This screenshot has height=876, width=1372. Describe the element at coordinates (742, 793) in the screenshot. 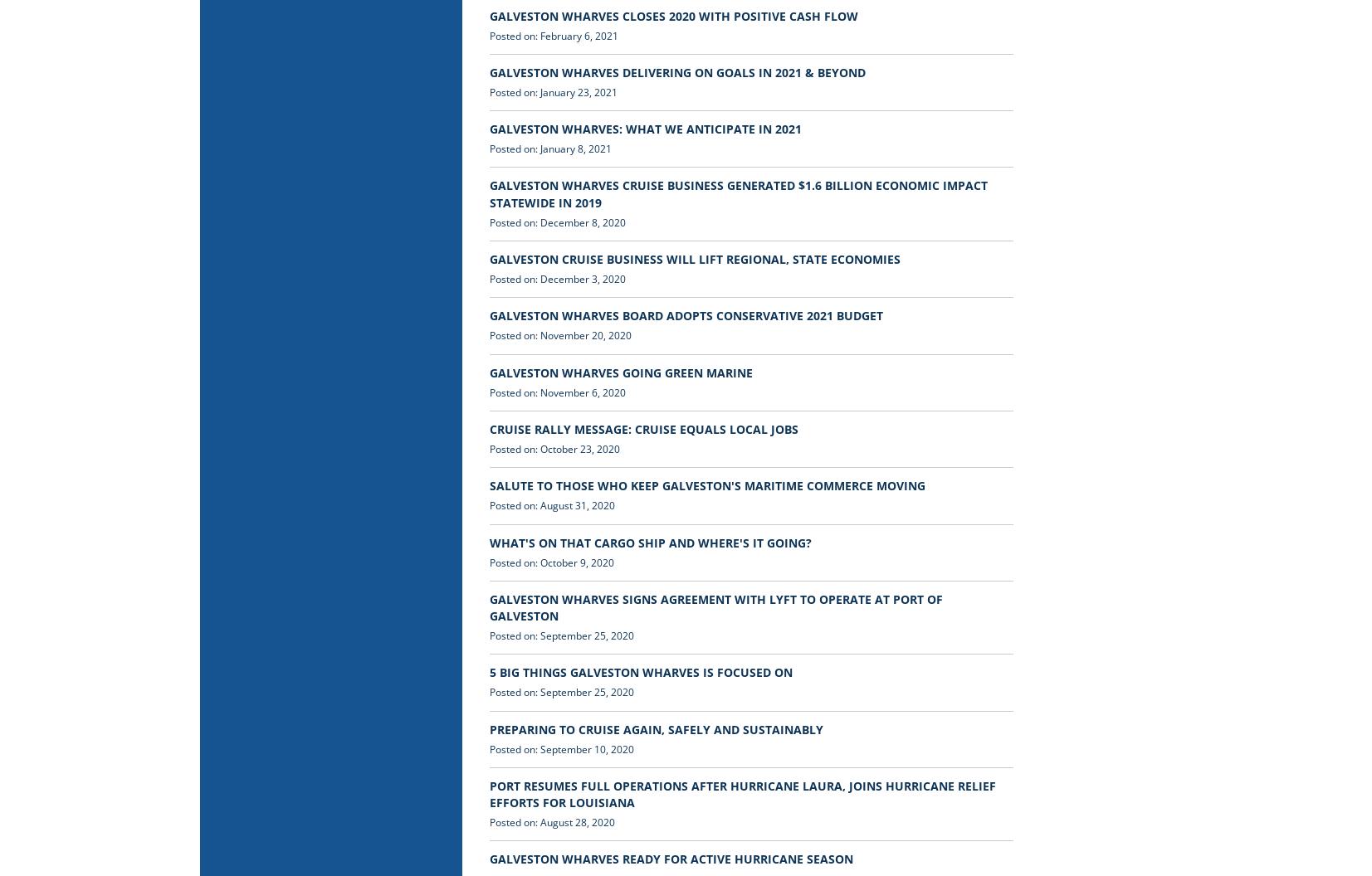

I see `'PORT RESUMES FULL OPERATIONS AFTER HURRICANE LAURA, JOINS HURRICANE RELIEF EFFORTS FOR LOUISIANA'` at that location.